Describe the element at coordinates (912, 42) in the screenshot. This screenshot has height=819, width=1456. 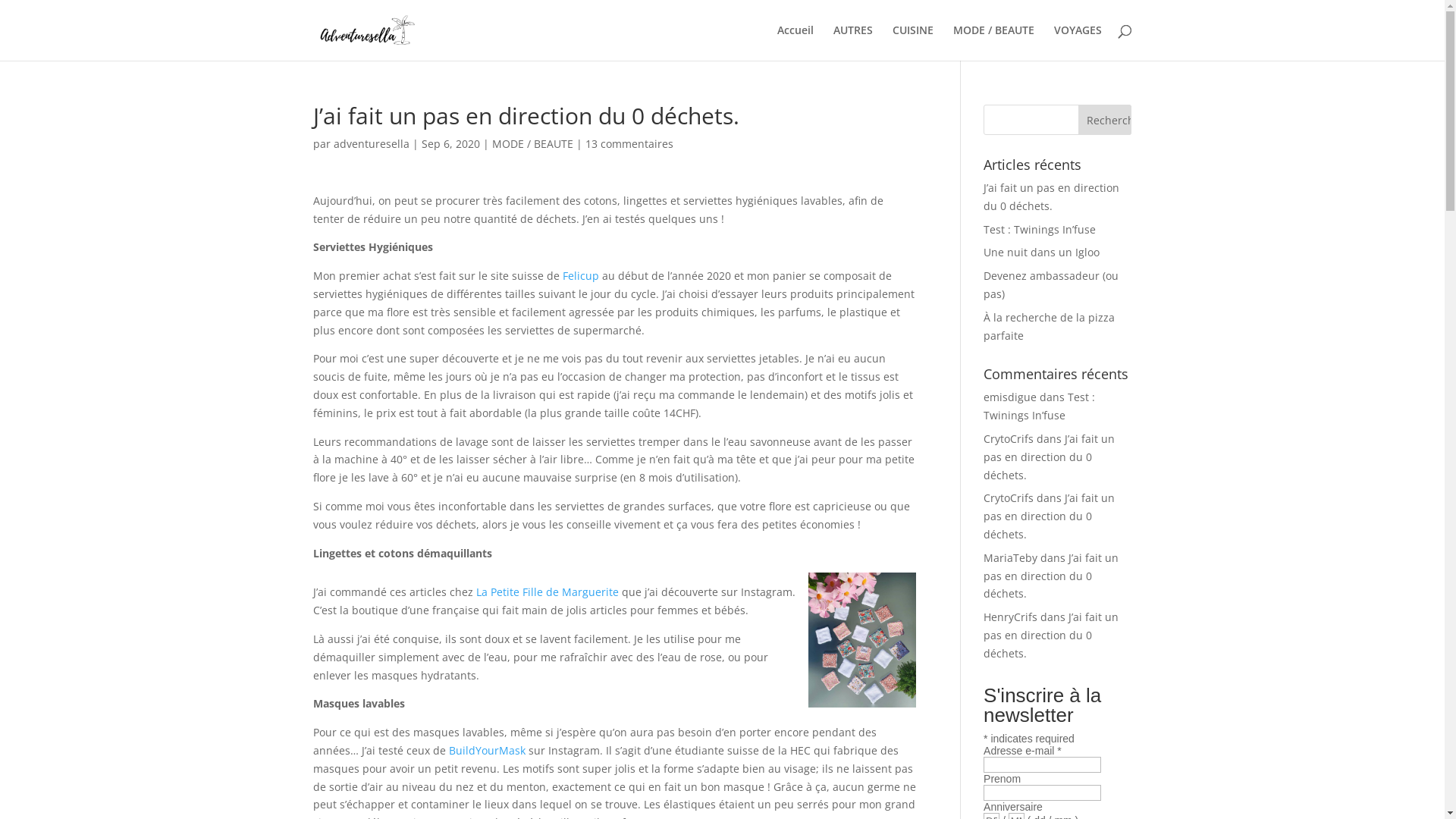
I see `'CUISINE'` at that location.